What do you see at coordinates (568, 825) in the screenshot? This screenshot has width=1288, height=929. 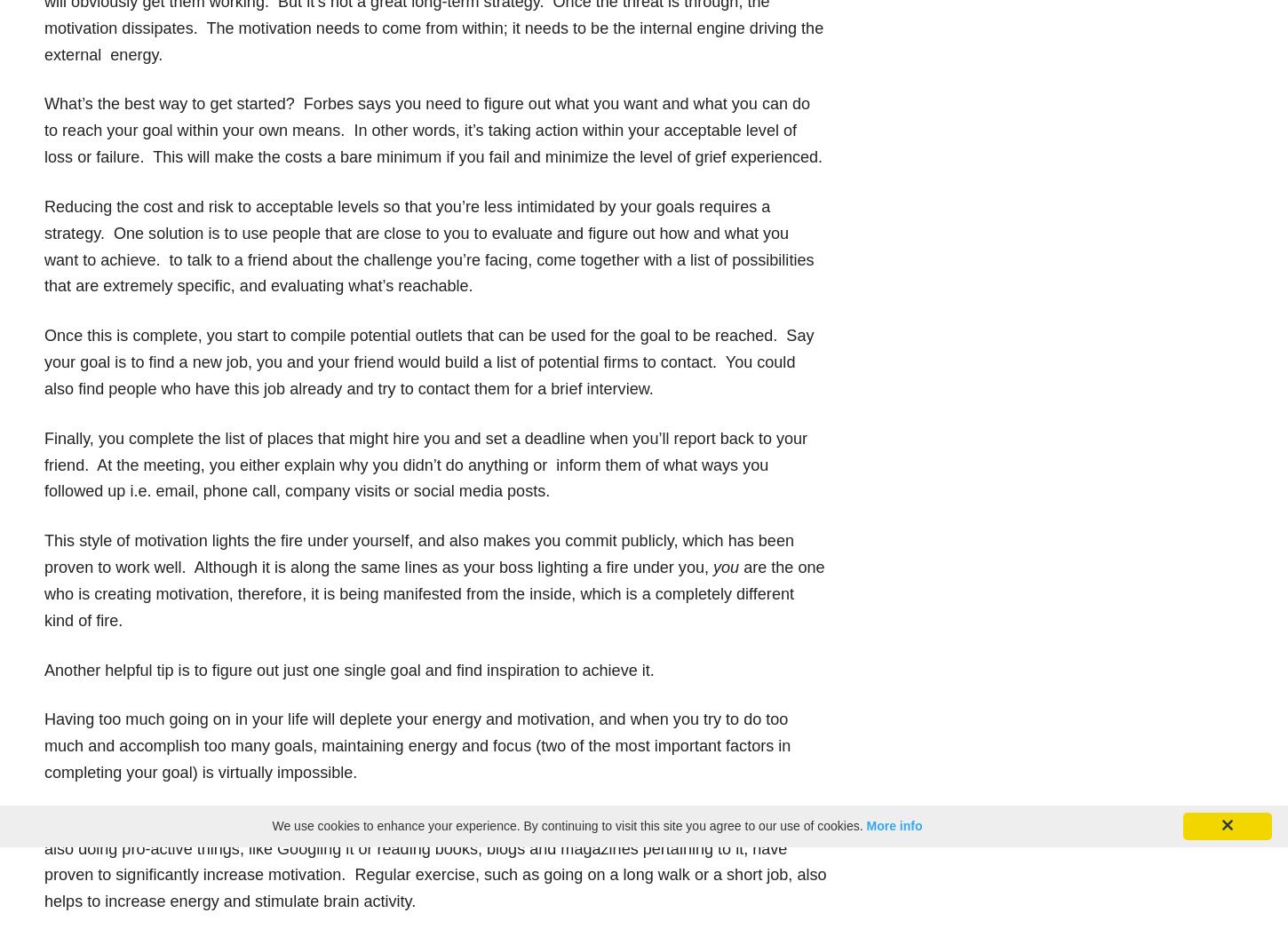 I see `'We use cookies to enhance your experience. By continuing to visit this site you agree to our use of cookies.'` at bounding box center [568, 825].